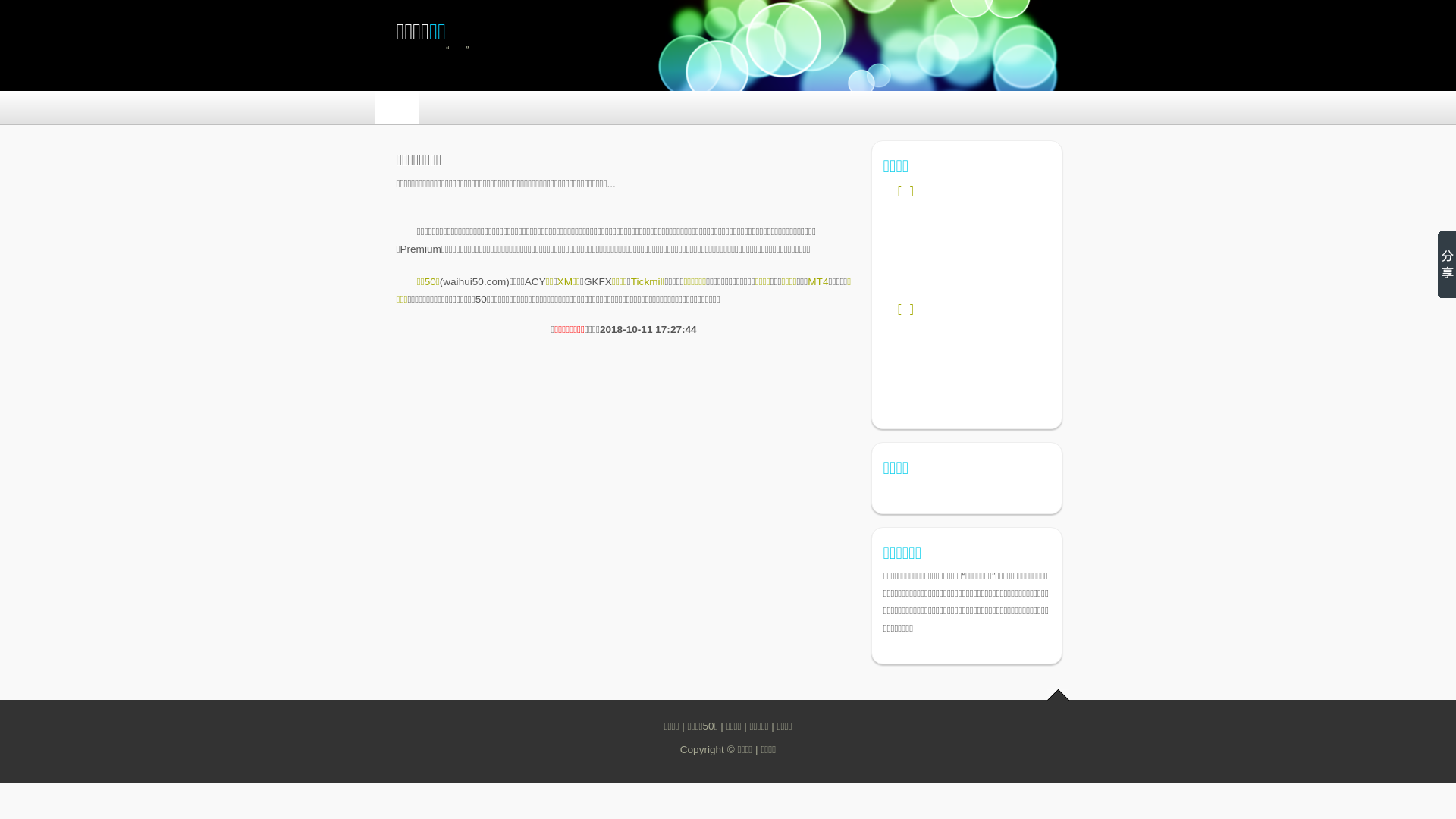 The image size is (1456, 819). I want to click on 'MT4', so click(817, 281).